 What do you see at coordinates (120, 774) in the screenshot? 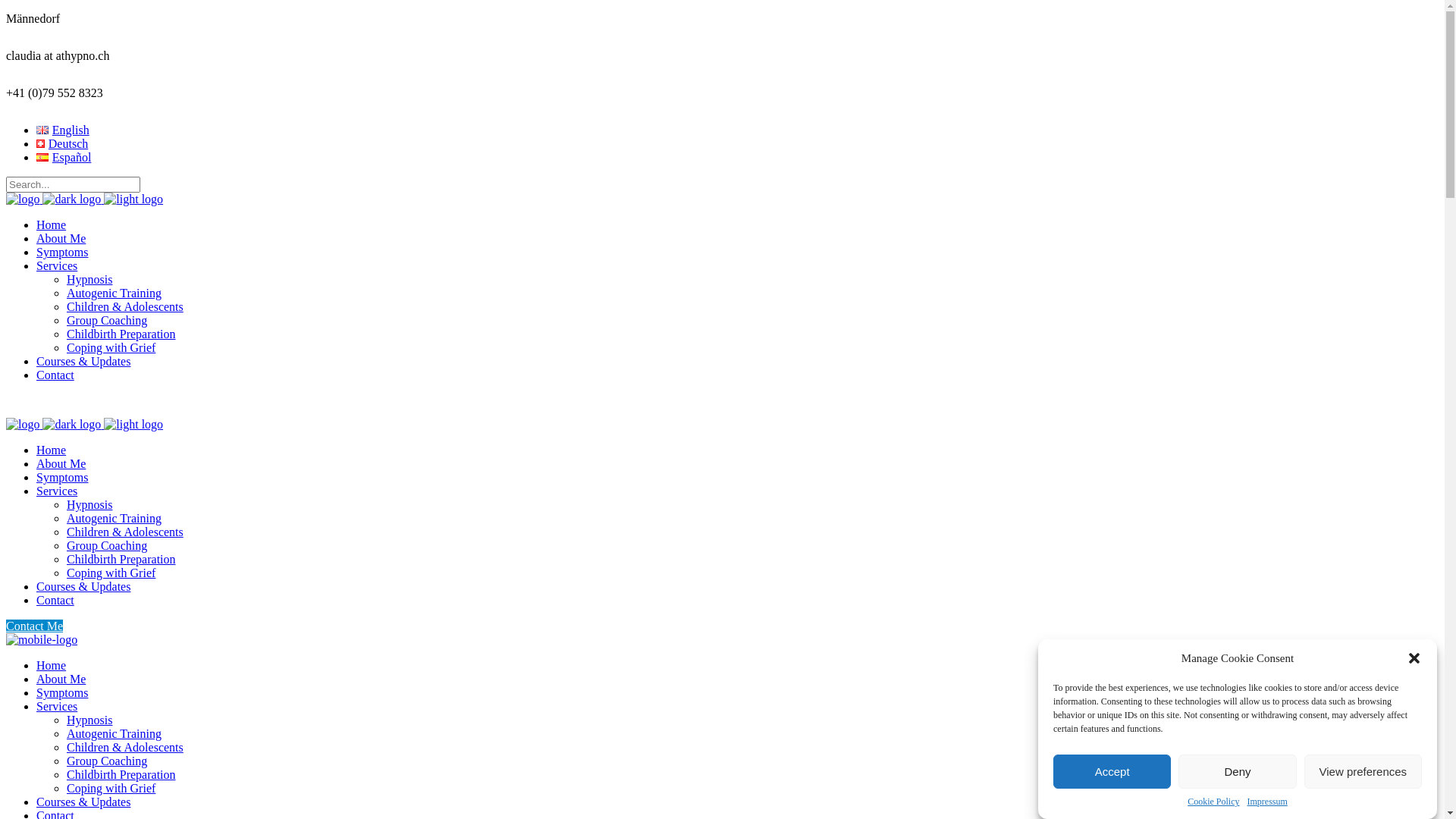
I see `'Childbirth Preparation'` at bounding box center [120, 774].